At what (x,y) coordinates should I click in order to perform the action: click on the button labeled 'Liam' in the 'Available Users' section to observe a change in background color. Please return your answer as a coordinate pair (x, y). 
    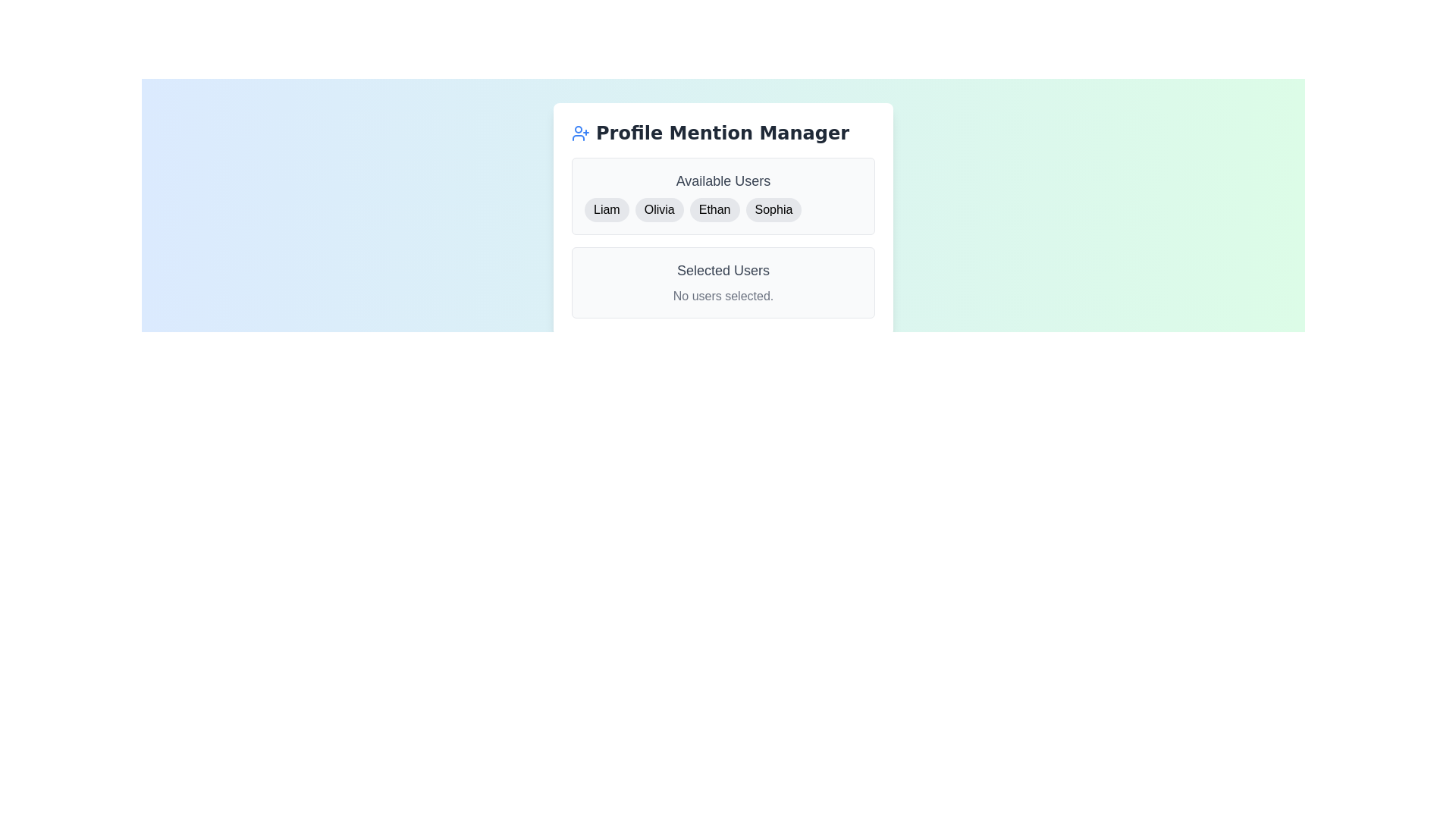
    Looking at the image, I should click on (607, 210).